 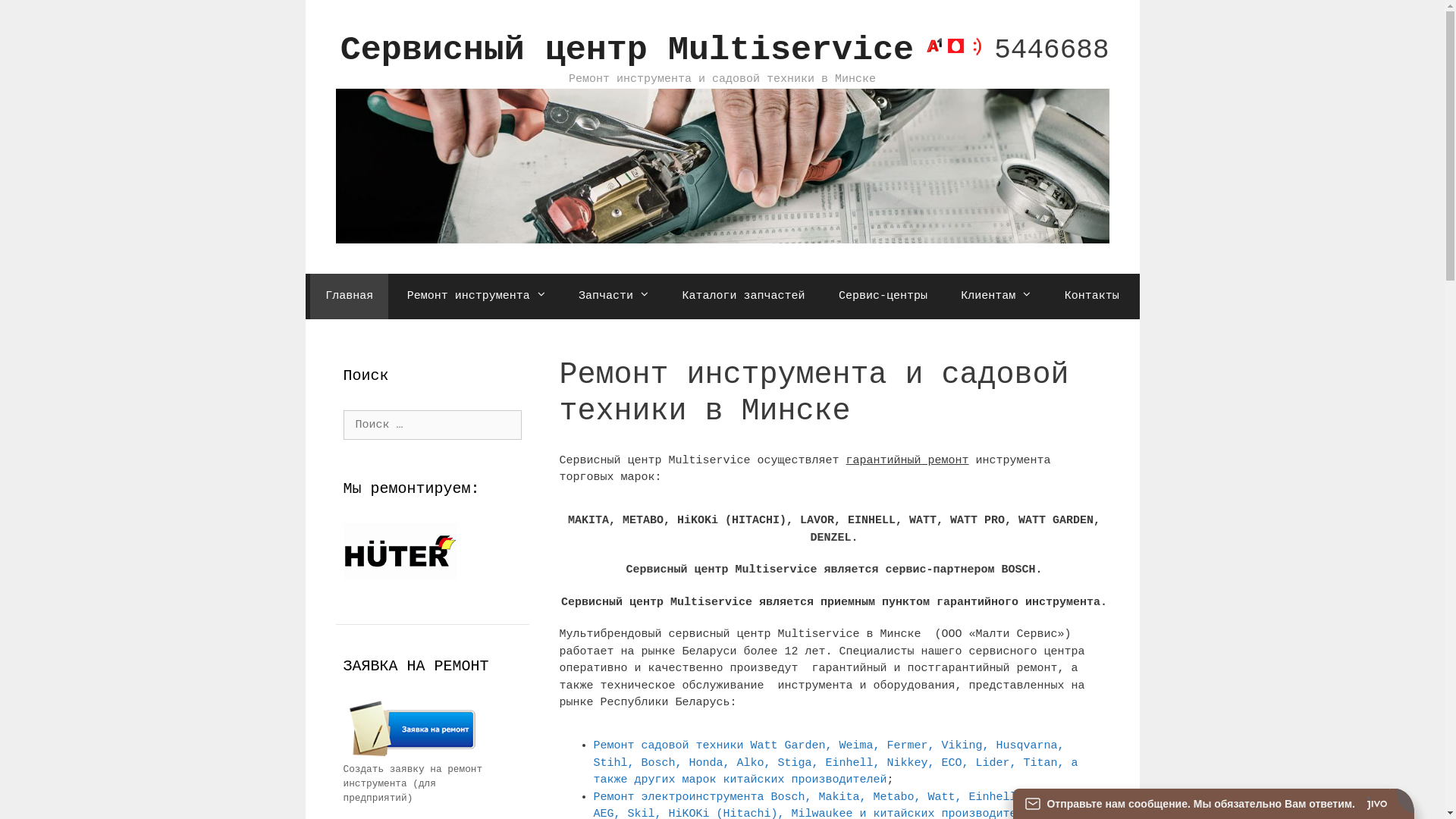 I want to click on '5446688', so click(x=1013, y=49).